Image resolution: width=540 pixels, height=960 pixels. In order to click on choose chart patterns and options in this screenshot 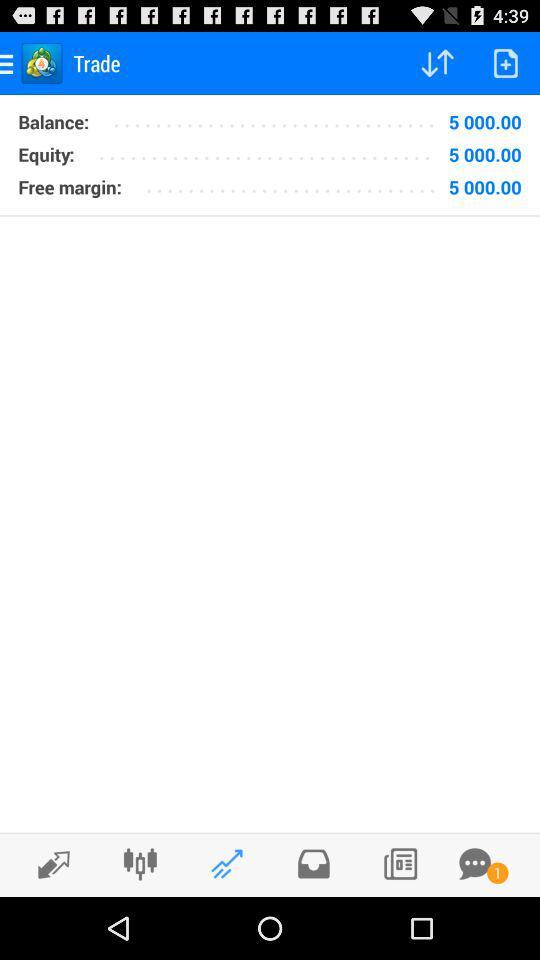, I will do `click(139, 863)`.